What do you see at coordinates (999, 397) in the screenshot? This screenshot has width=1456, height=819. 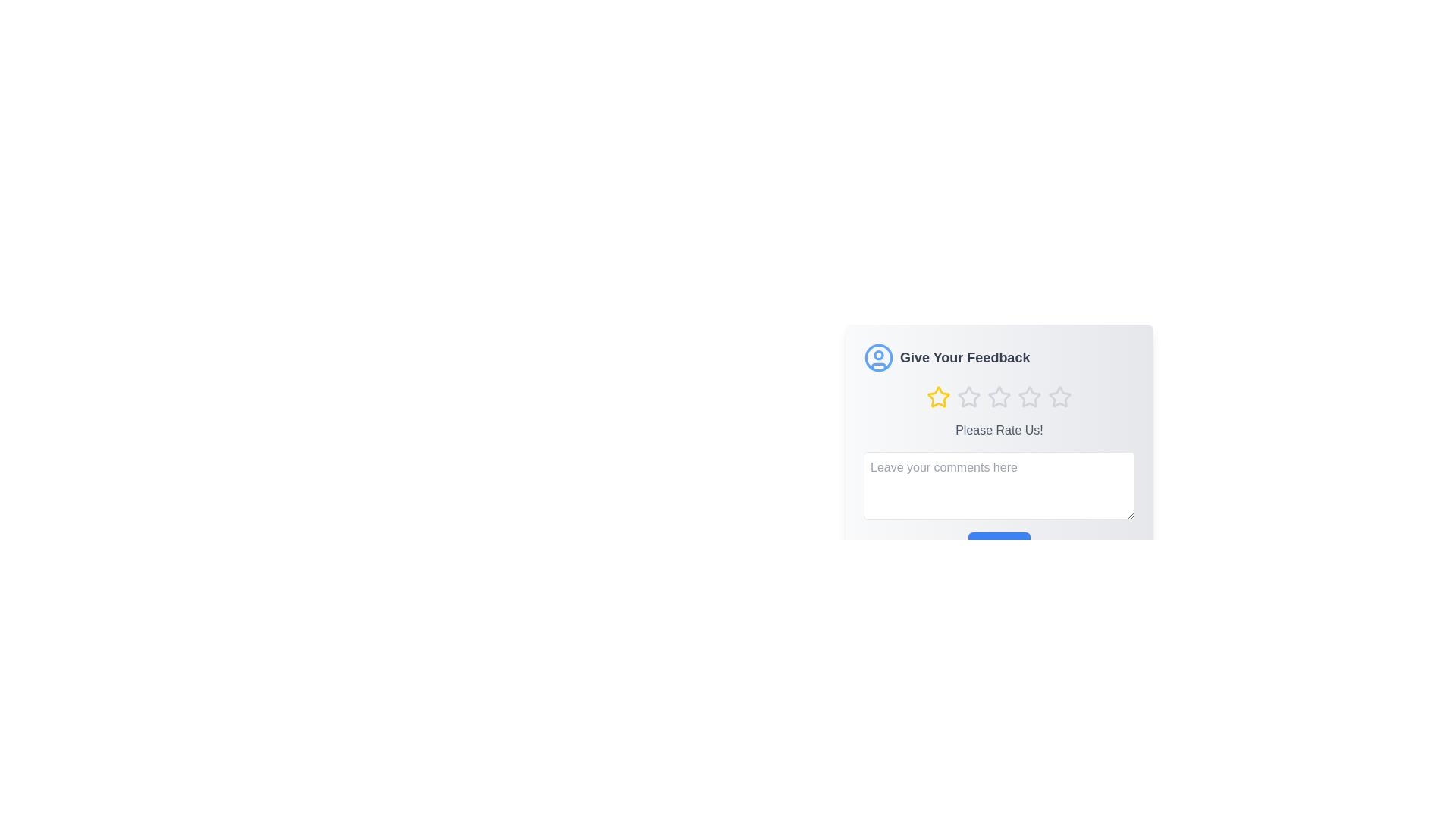 I see `the third rating star button, which is a gray outlined star` at bounding box center [999, 397].